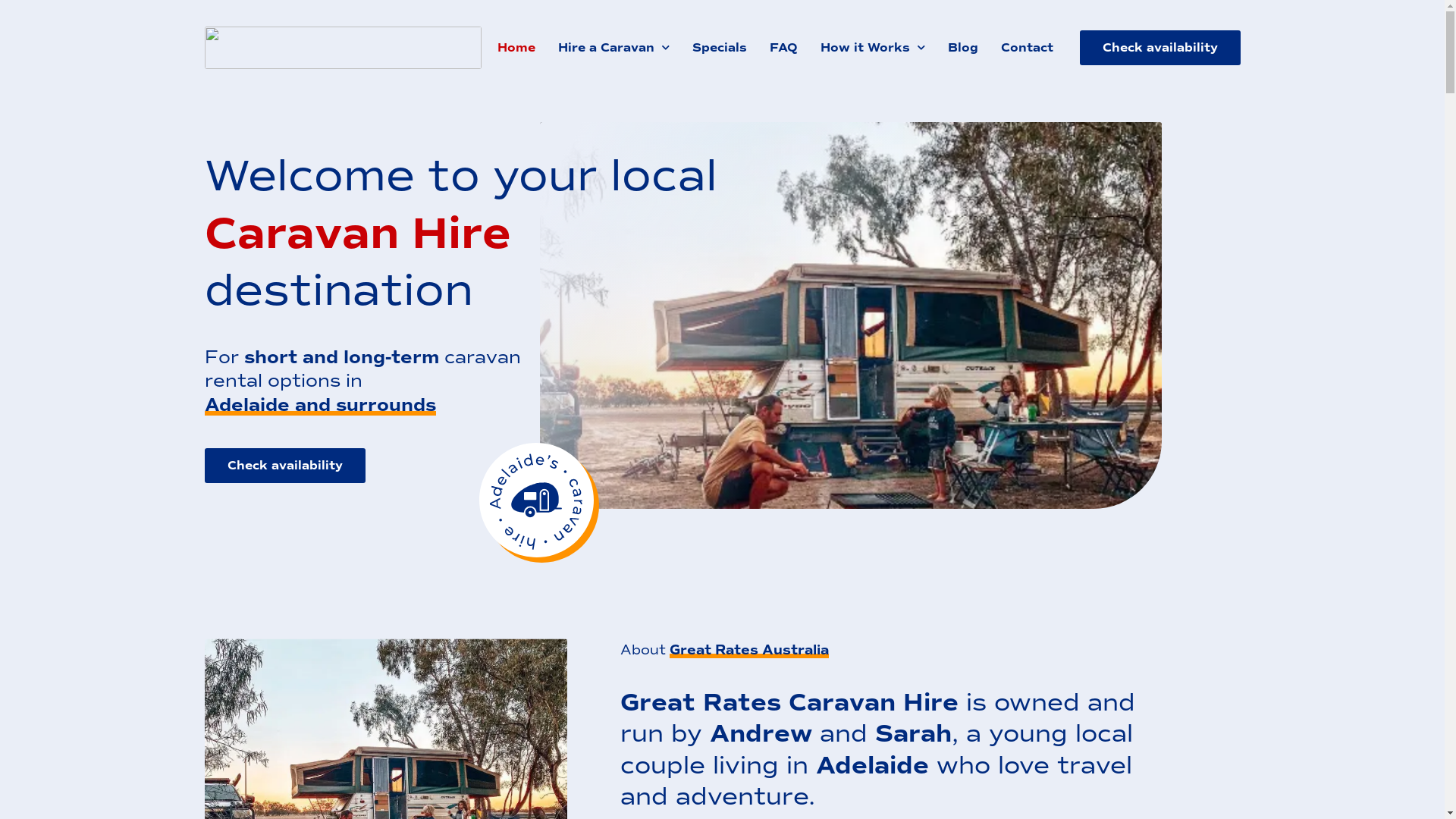 This screenshot has width=1456, height=819. Describe the element at coordinates (872, 46) in the screenshot. I see `'How it Works'` at that location.